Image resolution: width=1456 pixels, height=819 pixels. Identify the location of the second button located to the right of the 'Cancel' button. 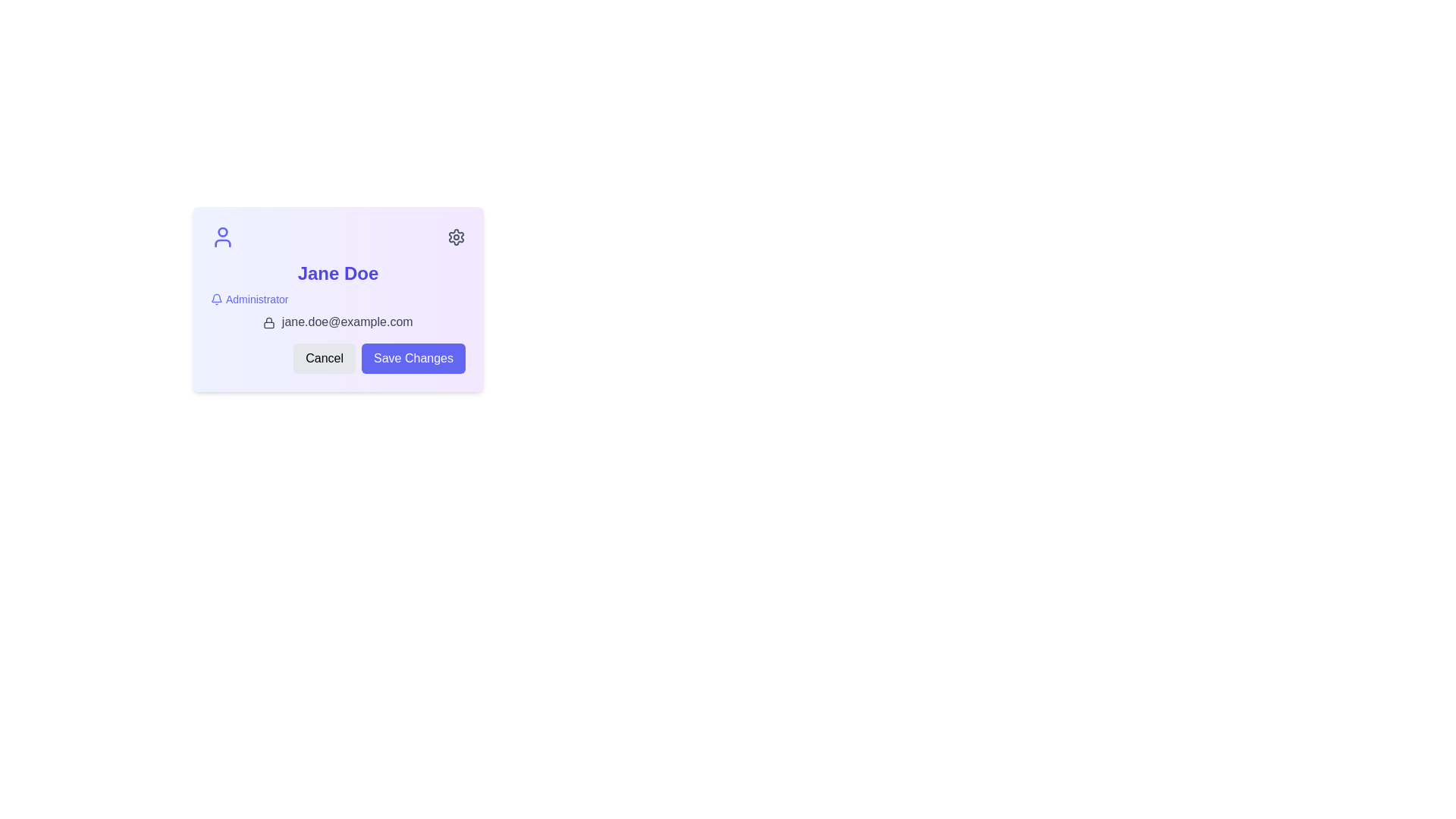
(413, 359).